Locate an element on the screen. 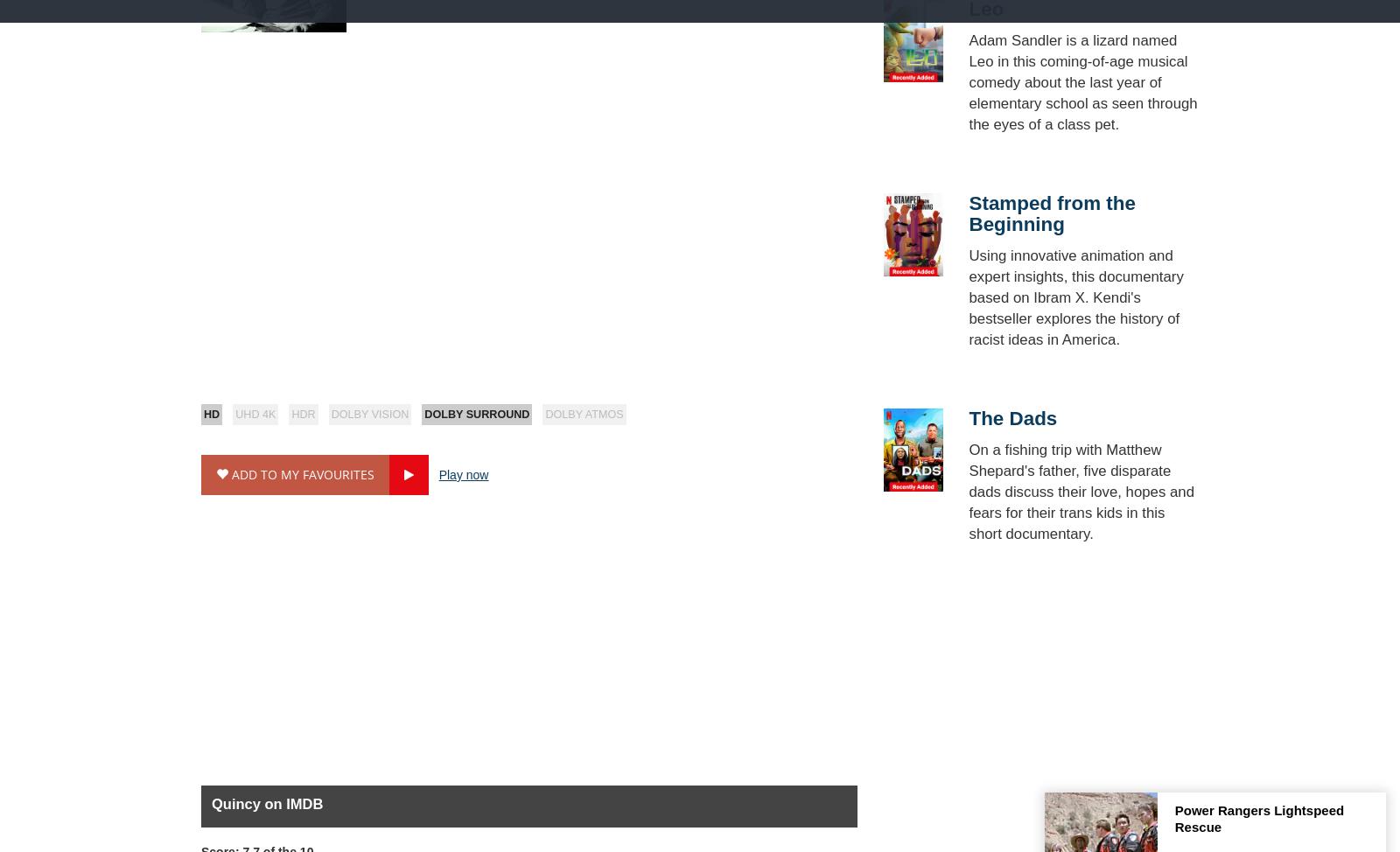 The image size is (1400, 852). 'Stamped from the Beginning' is located at coordinates (1050, 213).